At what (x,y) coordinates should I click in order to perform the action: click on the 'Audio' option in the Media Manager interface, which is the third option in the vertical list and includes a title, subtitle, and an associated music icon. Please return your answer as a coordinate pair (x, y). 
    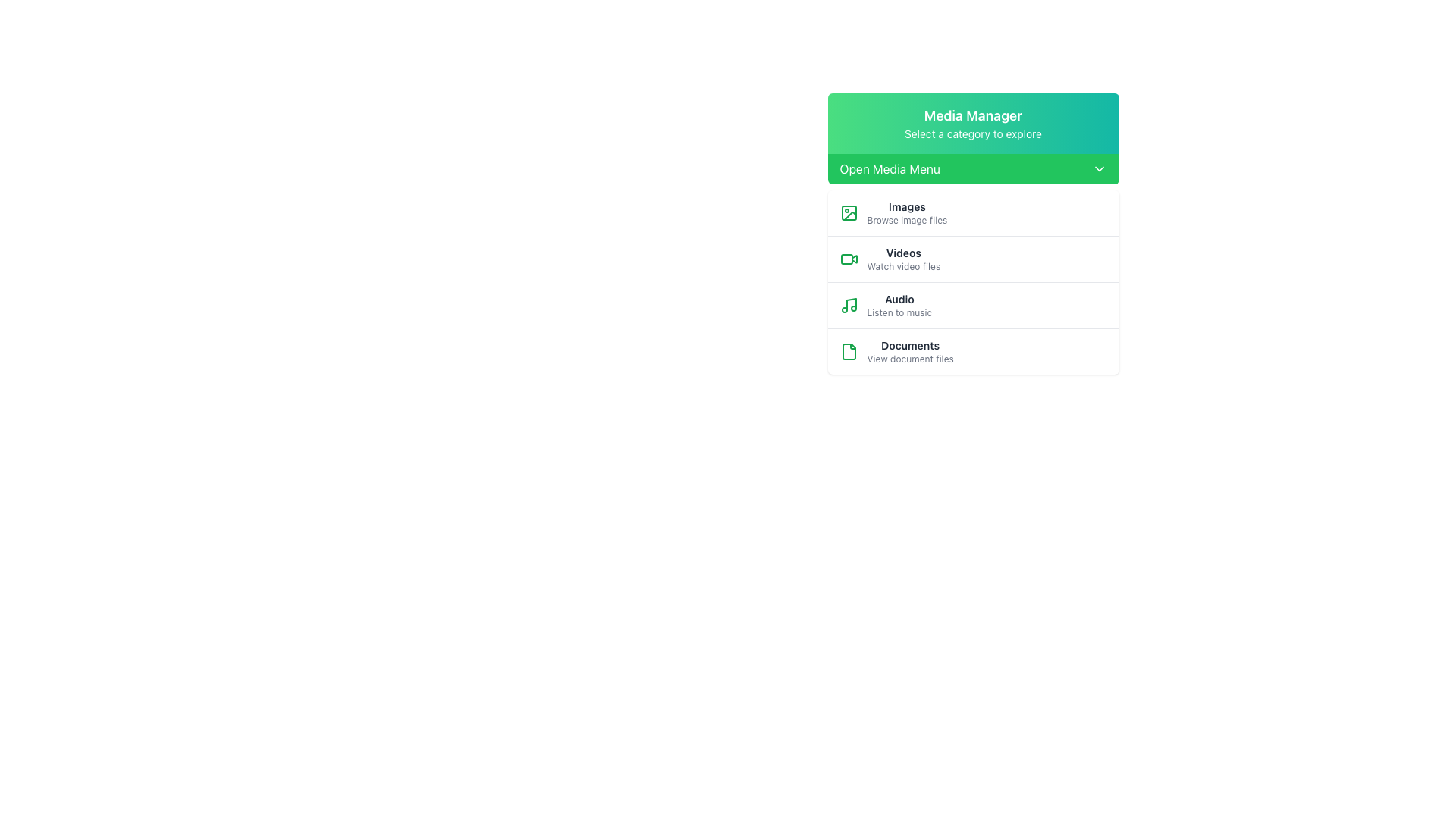
    Looking at the image, I should click on (899, 305).